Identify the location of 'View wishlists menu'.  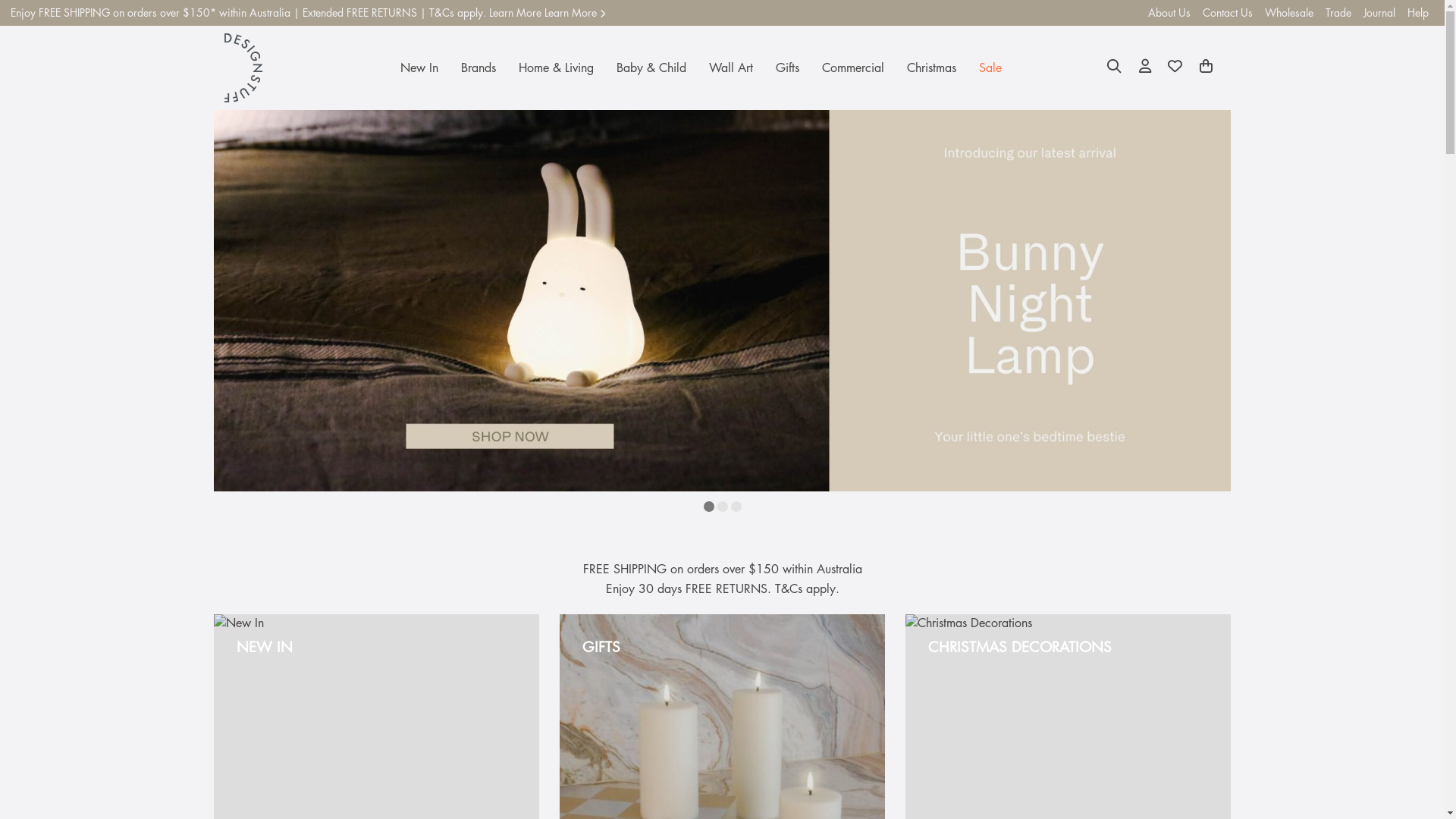
(1175, 67).